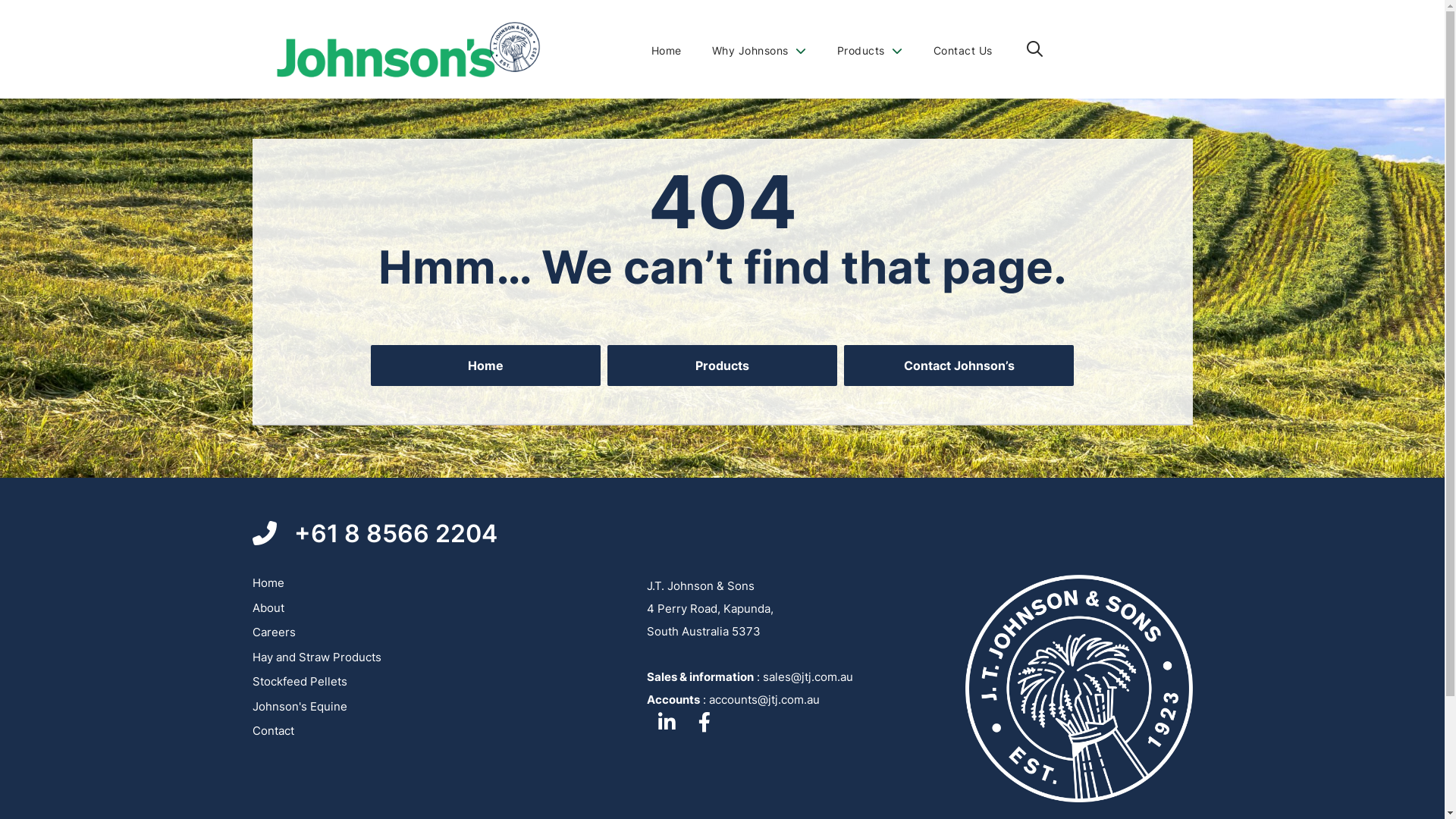 This screenshot has height=819, width=1456. What do you see at coordinates (758, 49) in the screenshot?
I see `'Why Johnsons'` at bounding box center [758, 49].